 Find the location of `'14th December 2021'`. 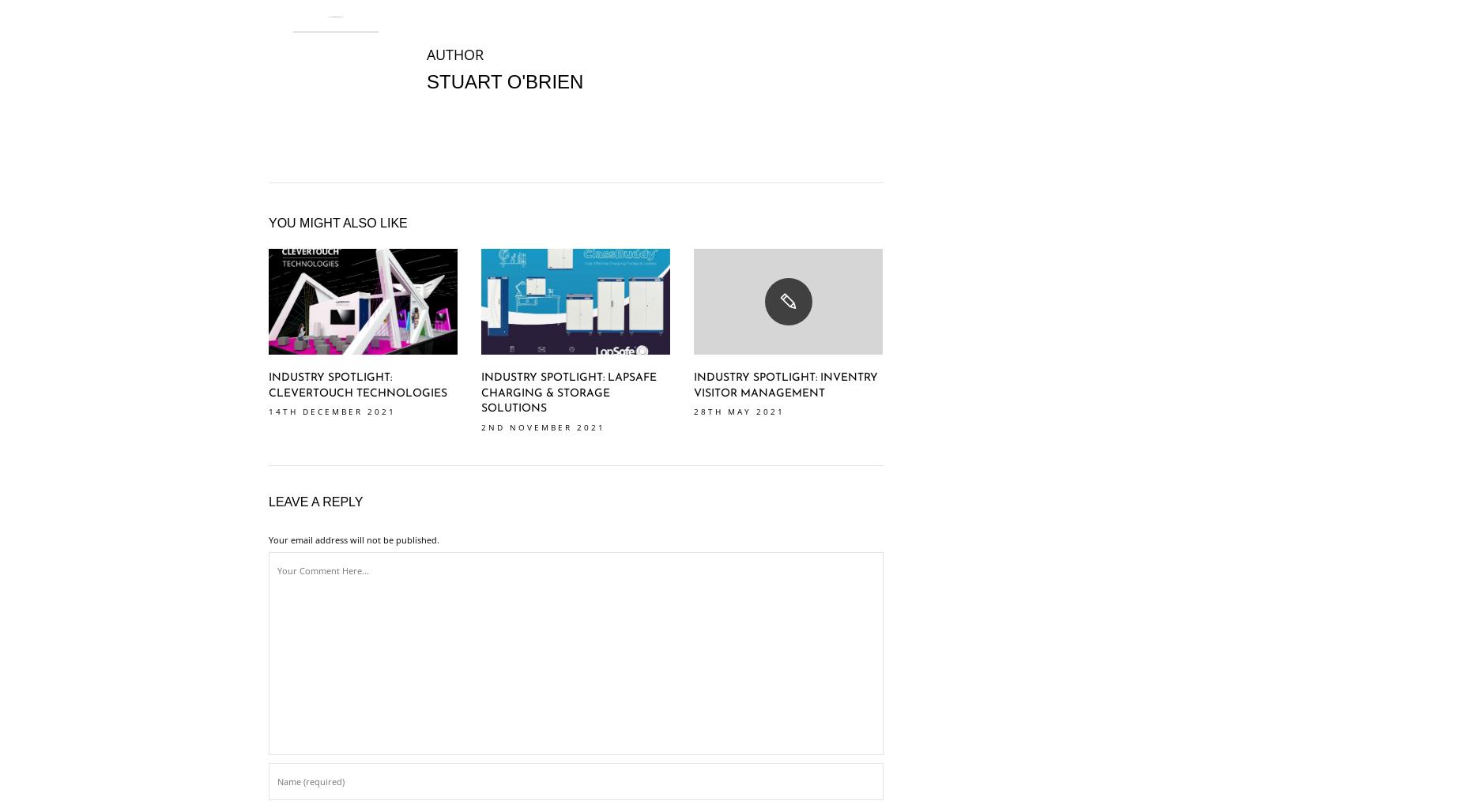

'14th December 2021' is located at coordinates (331, 411).